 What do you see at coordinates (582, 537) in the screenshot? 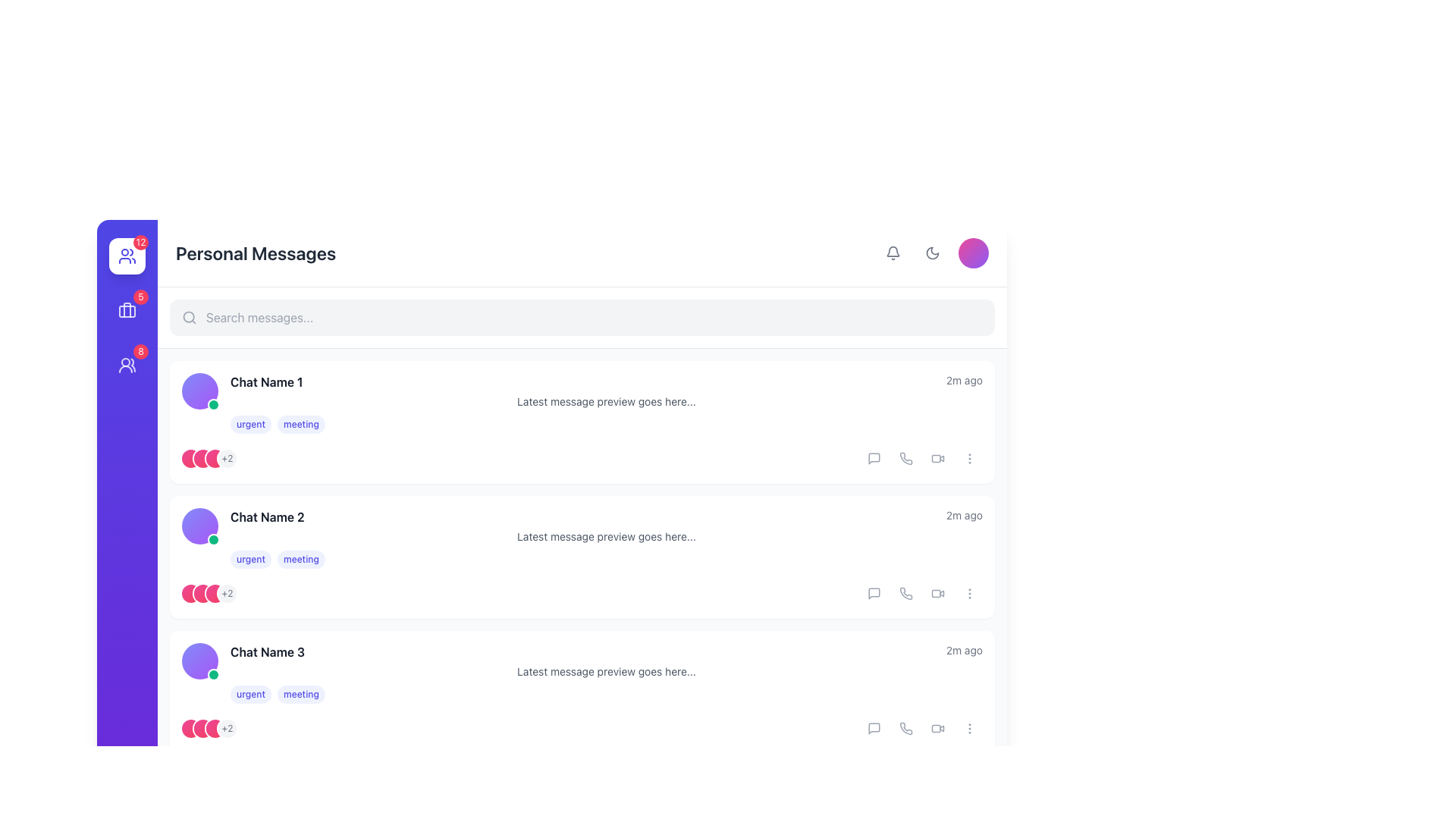
I see `the message preview displaying 'Chat Name 2'` at bounding box center [582, 537].